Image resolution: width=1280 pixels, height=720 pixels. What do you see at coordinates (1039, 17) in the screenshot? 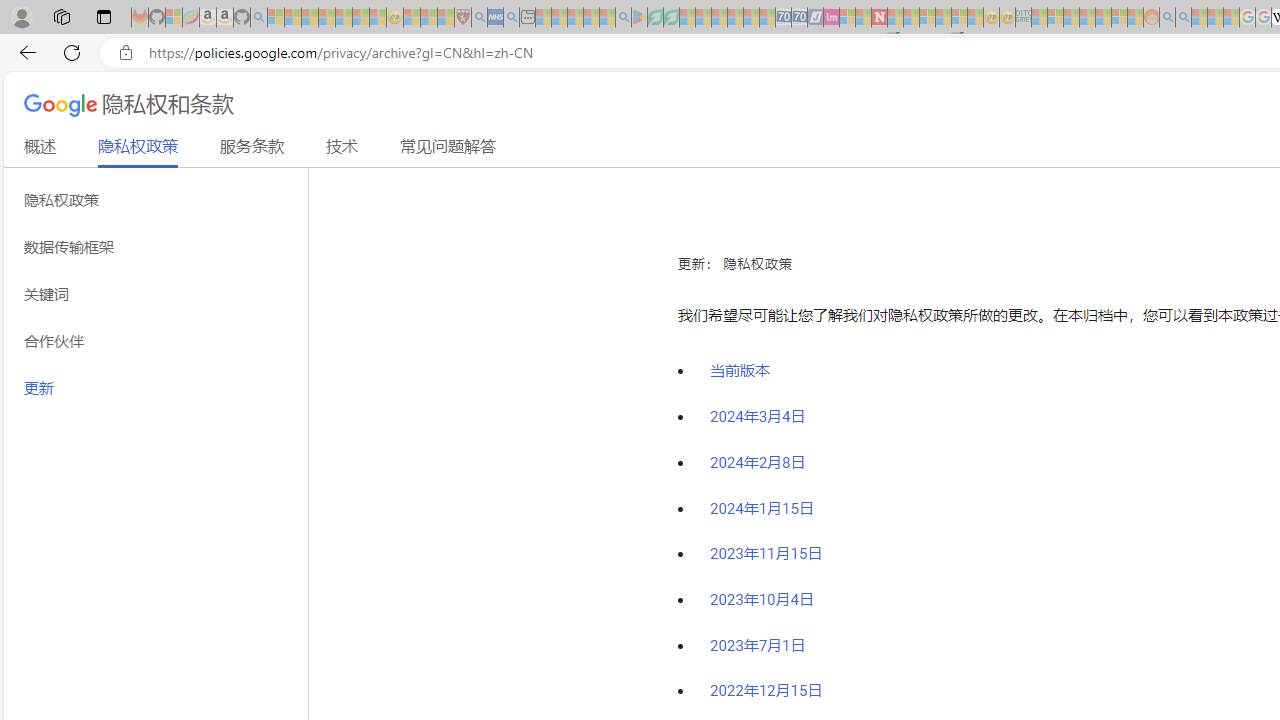
I see `'MSNBC - MSN - Sleeping'` at bounding box center [1039, 17].